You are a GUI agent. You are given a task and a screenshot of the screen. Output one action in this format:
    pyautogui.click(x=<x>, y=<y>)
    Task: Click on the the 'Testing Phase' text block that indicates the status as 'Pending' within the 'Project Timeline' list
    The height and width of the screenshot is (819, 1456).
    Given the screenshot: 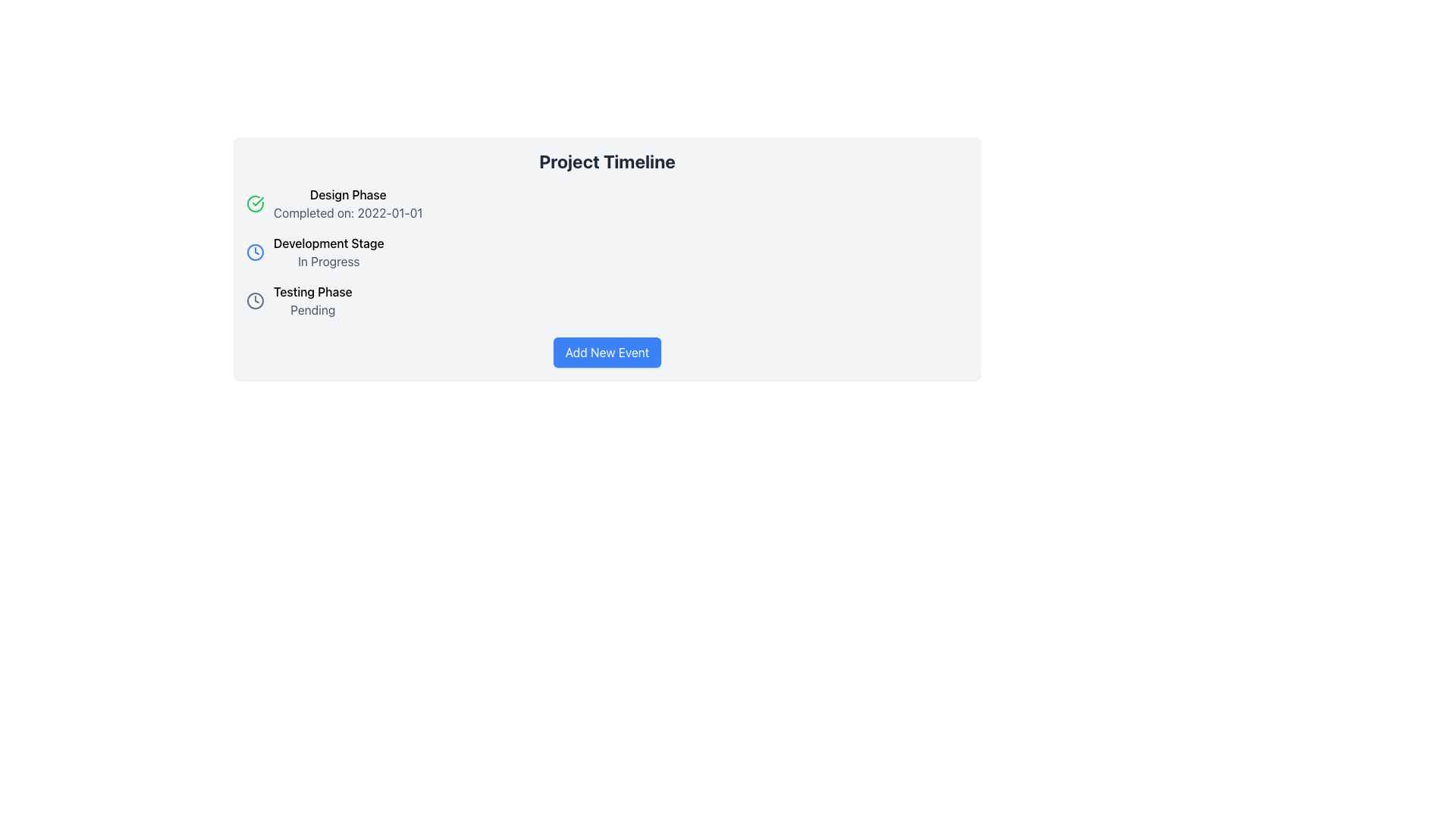 What is the action you would take?
    pyautogui.click(x=312, y=301)
    